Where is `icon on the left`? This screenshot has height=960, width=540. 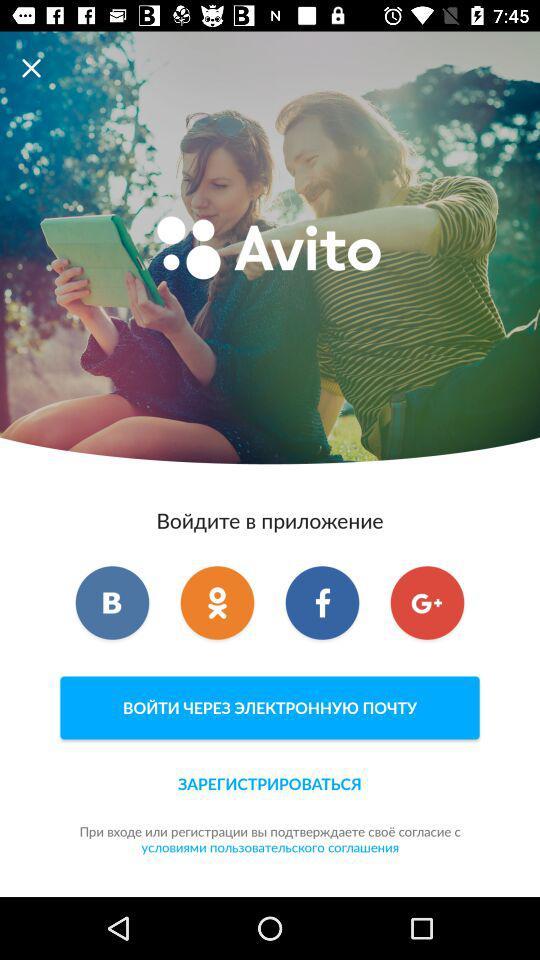 icon on the left is located at coordinates (112, 601).